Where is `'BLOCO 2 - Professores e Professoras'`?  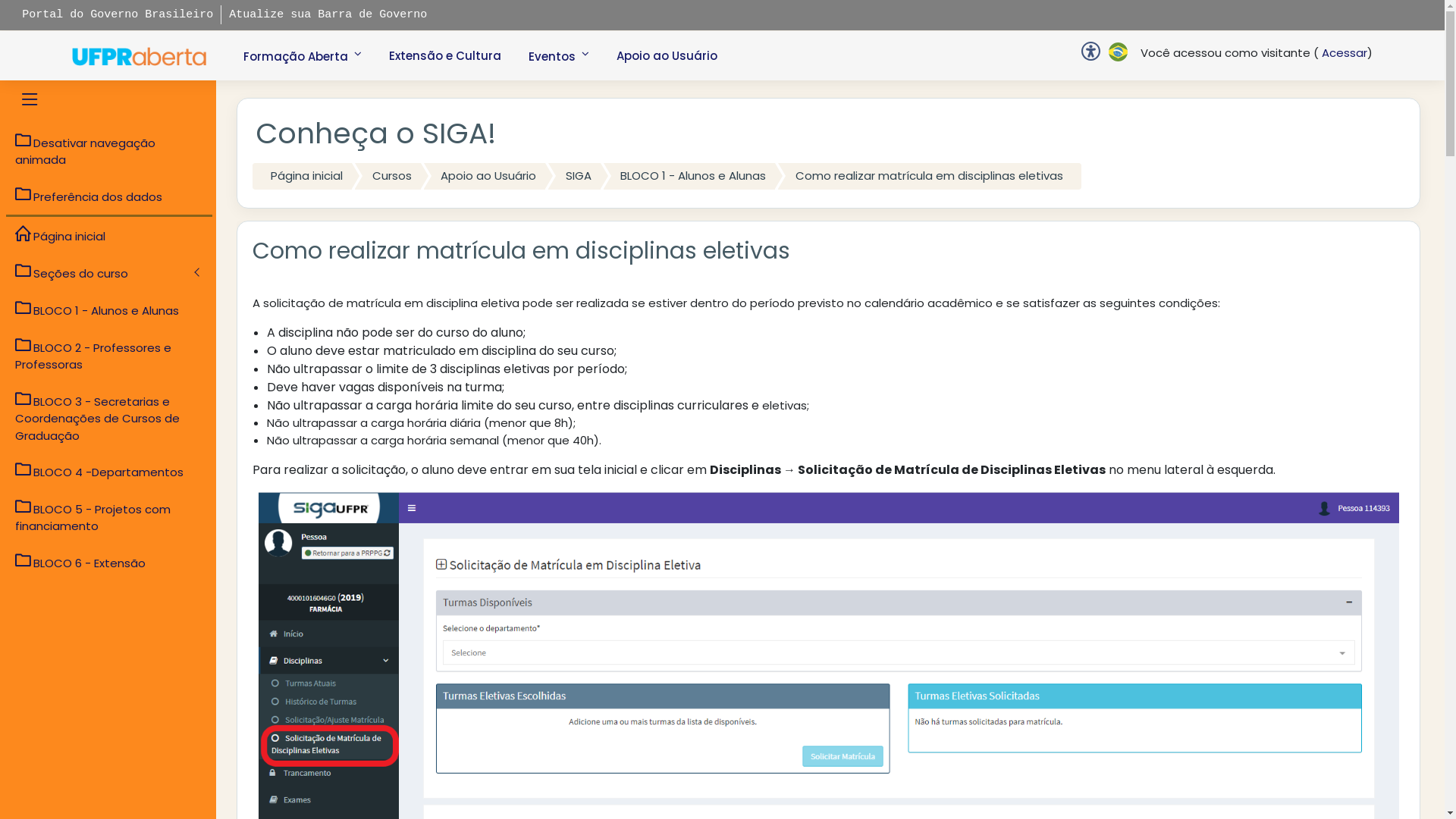 'BLOCO 2 - Professores e Professoras' is located at coordinates (108, 356).